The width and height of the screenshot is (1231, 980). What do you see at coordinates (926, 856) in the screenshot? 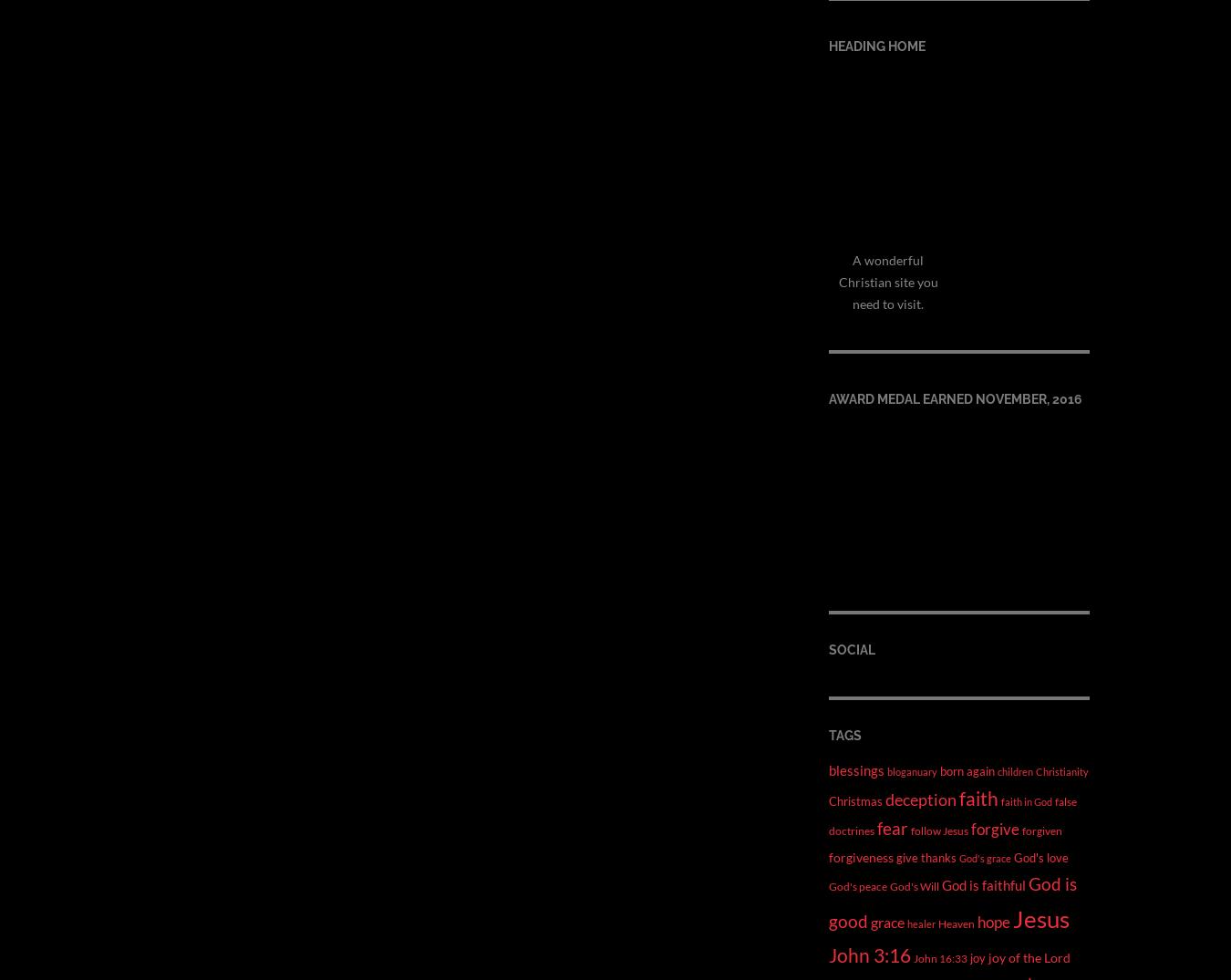
I see `'give thanks'` at bounding box center [926, 856].